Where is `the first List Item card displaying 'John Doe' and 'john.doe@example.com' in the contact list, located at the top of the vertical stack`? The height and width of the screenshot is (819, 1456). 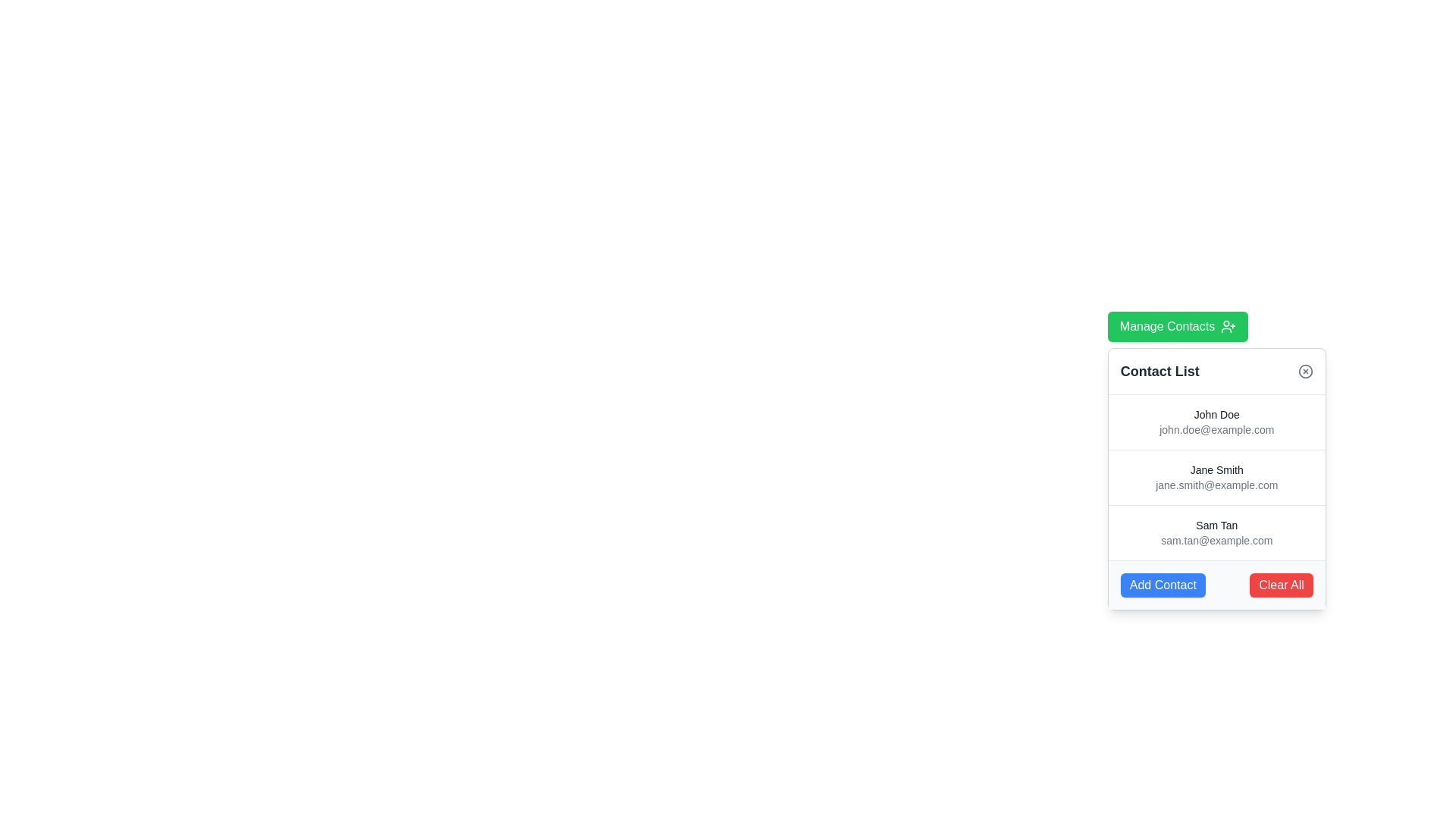 the first List Item card displaying 'John Doe' and 'john.doe@example.com' in the contact list, located at the top of the vertical stack is located at coordinates (1216, 422).